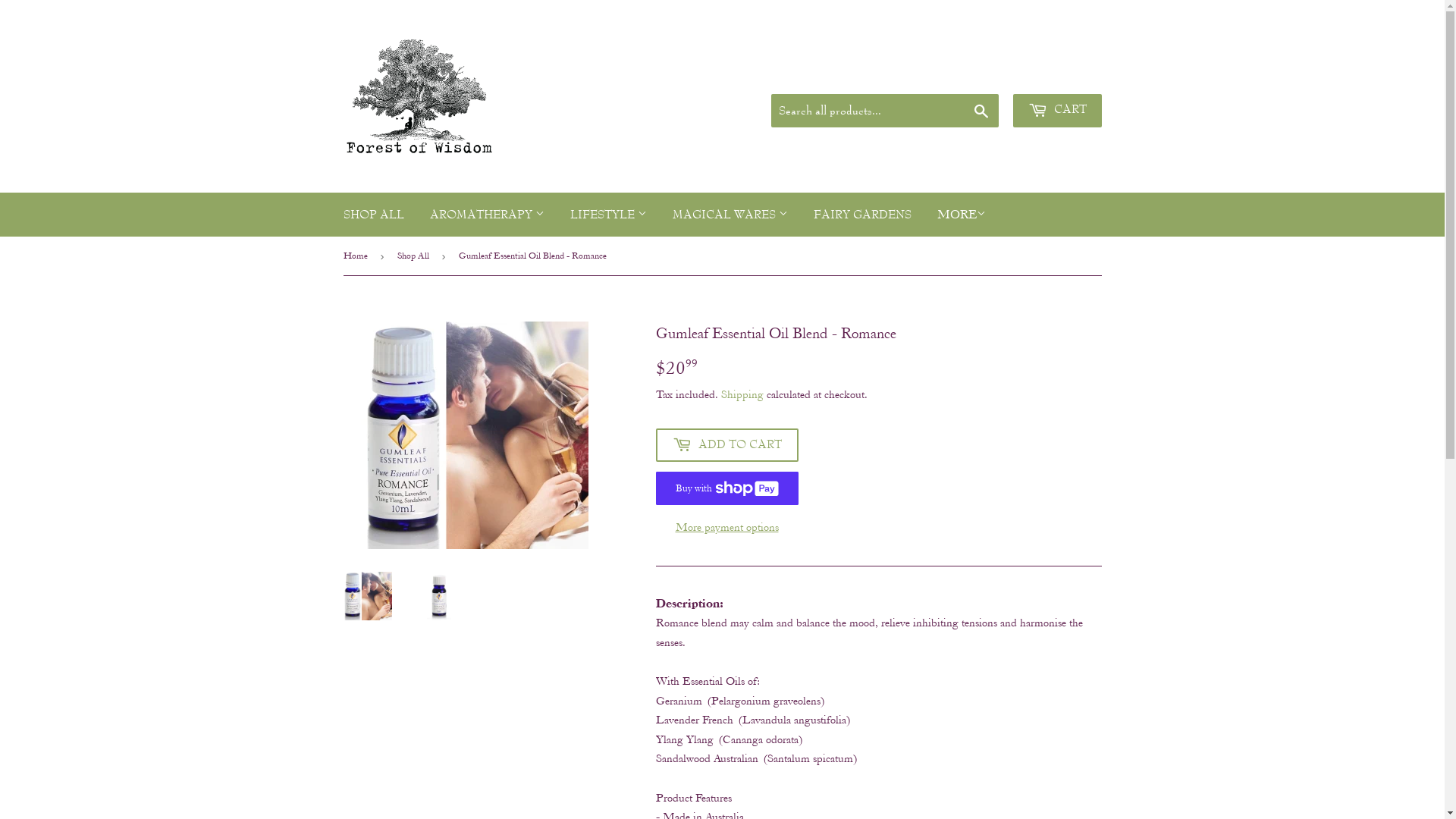  I want to click on 'Search', so click(981, 110).